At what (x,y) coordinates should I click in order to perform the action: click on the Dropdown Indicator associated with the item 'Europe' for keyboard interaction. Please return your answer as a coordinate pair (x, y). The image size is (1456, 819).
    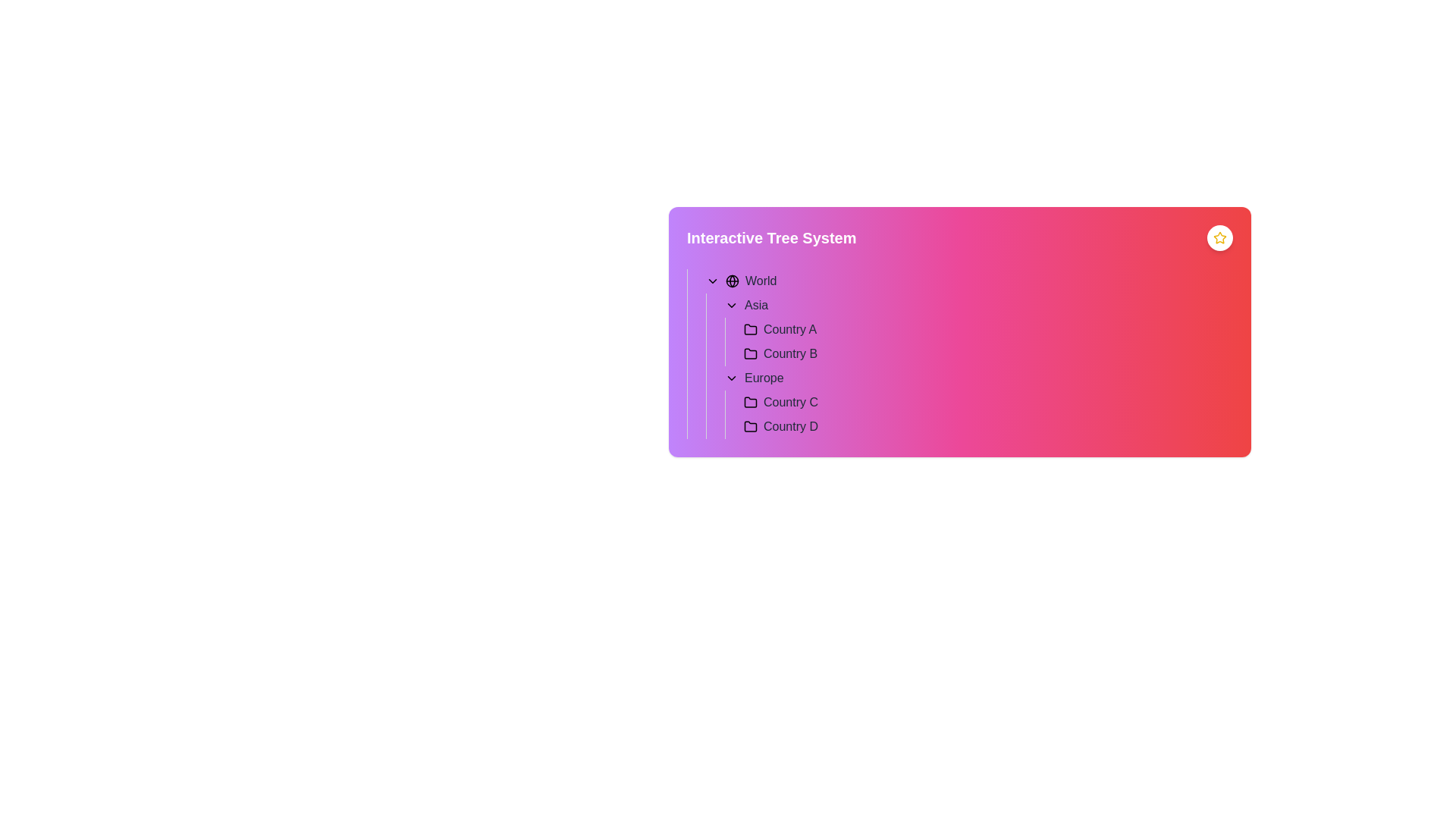
    Looking at the image, I should click on (731, 377).